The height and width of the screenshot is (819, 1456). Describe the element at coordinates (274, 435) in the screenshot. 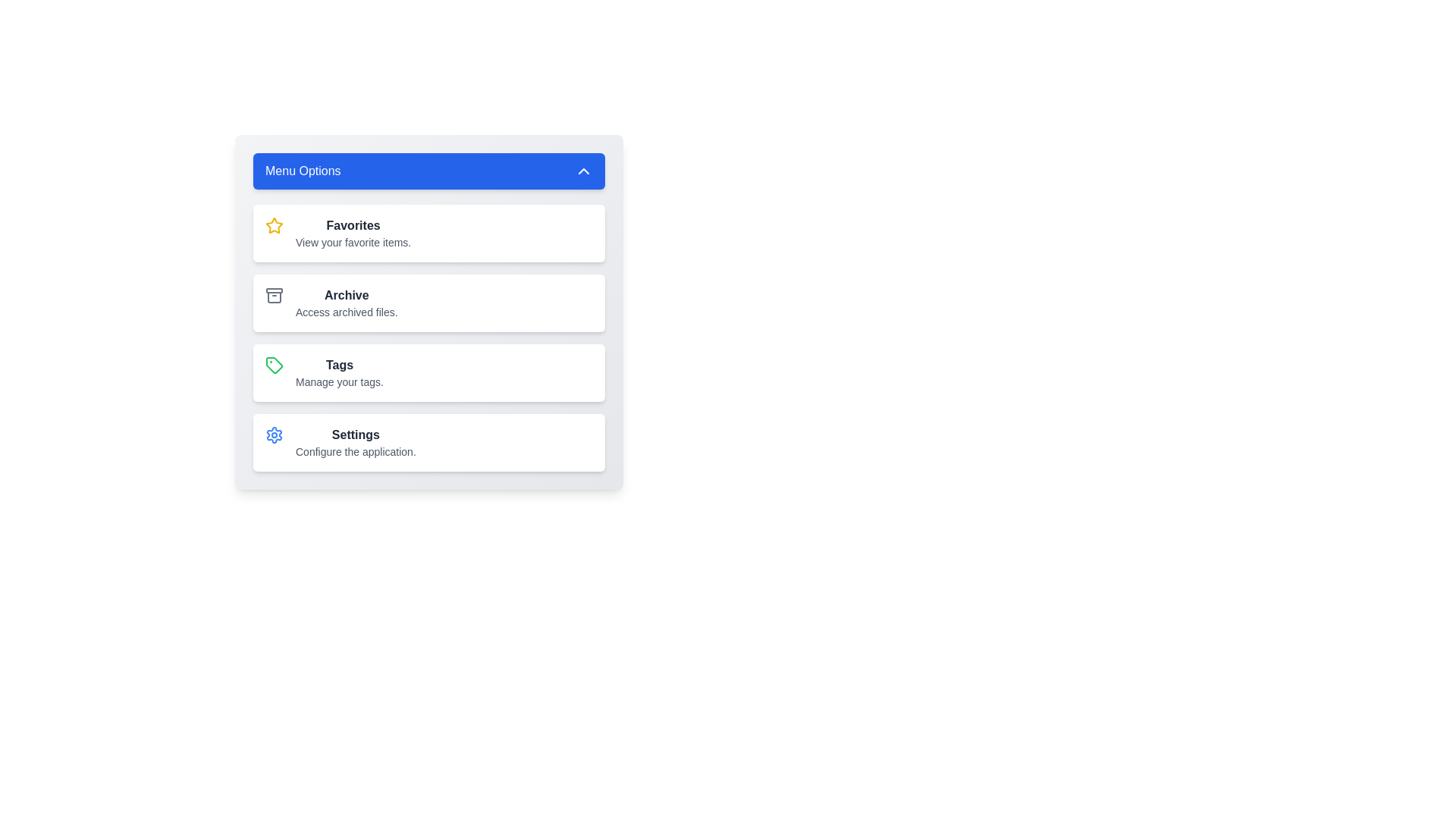

I see `the blue-colored gear icon that represents the settings menu, located to the left of the 'Settings' text in the bottom-most section of the vertical menu` at that location.